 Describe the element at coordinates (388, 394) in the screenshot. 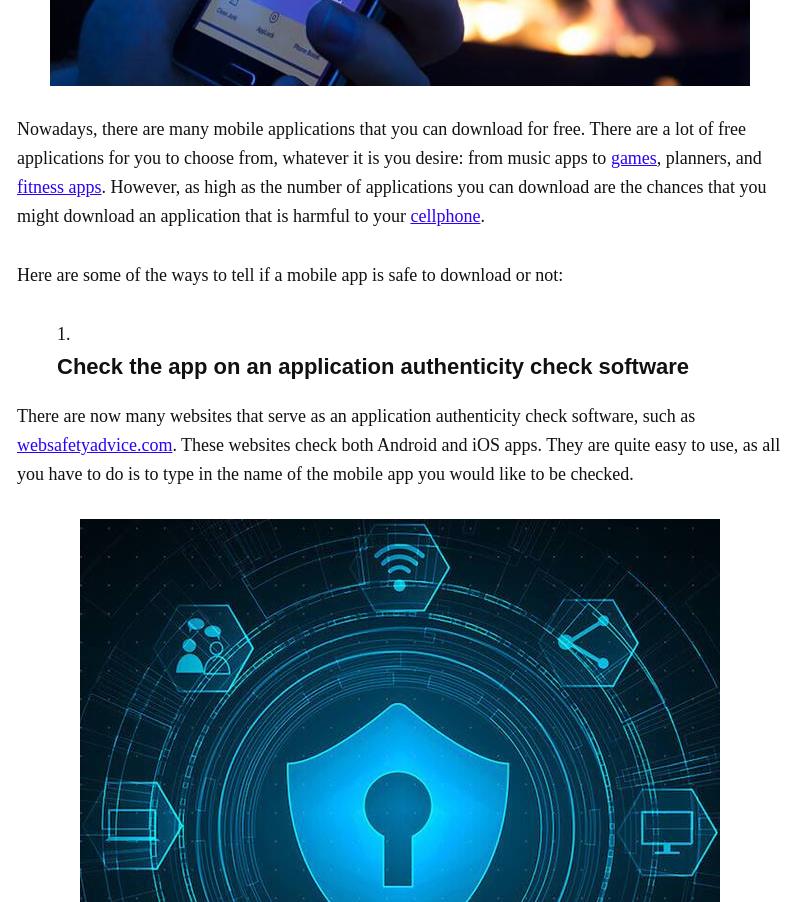

I see `'149 apps in November 2018 were found dangerous'` at that location.